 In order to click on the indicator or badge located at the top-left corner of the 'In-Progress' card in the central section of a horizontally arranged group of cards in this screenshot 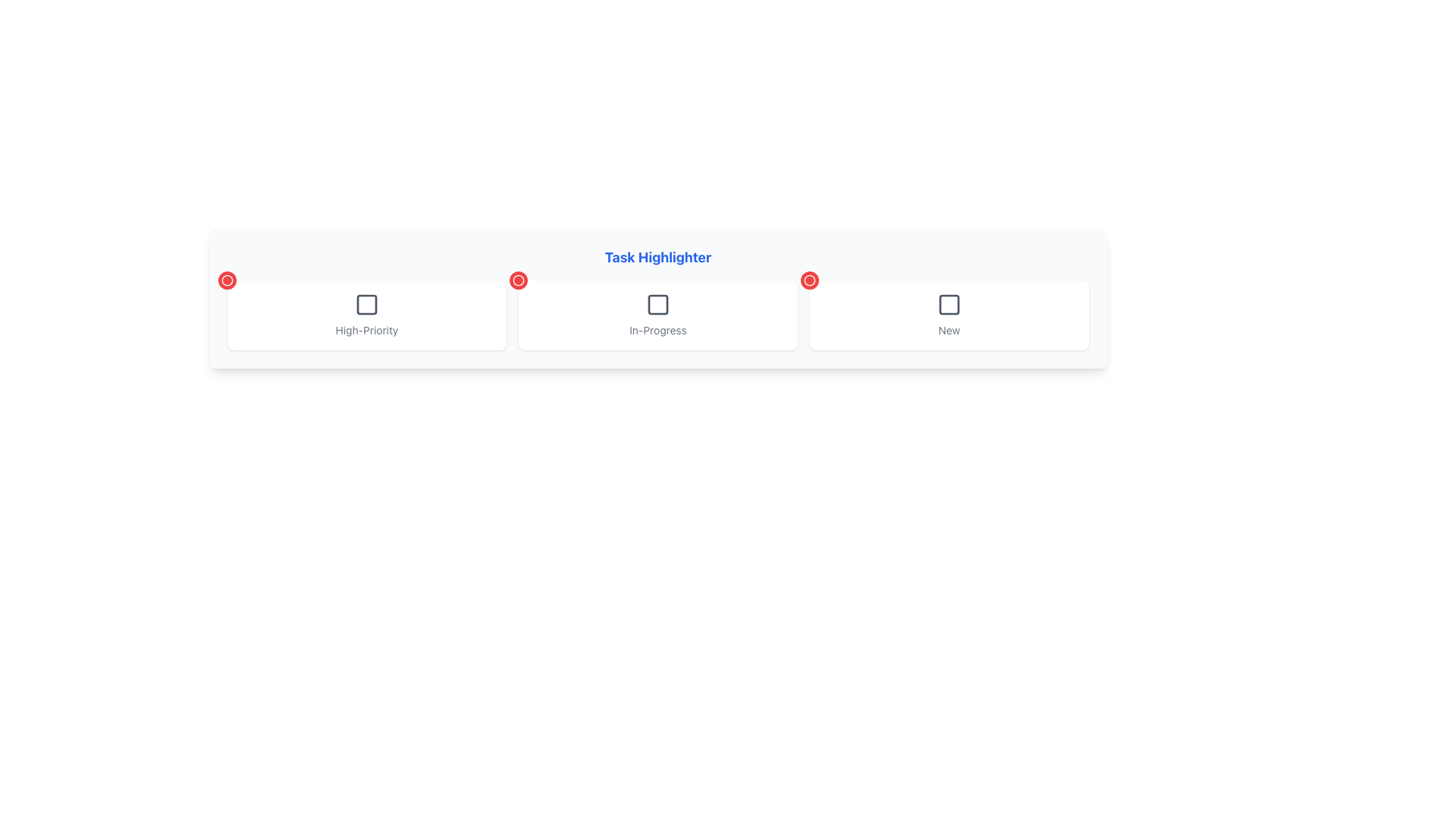, I will do `click(519, 281)`.